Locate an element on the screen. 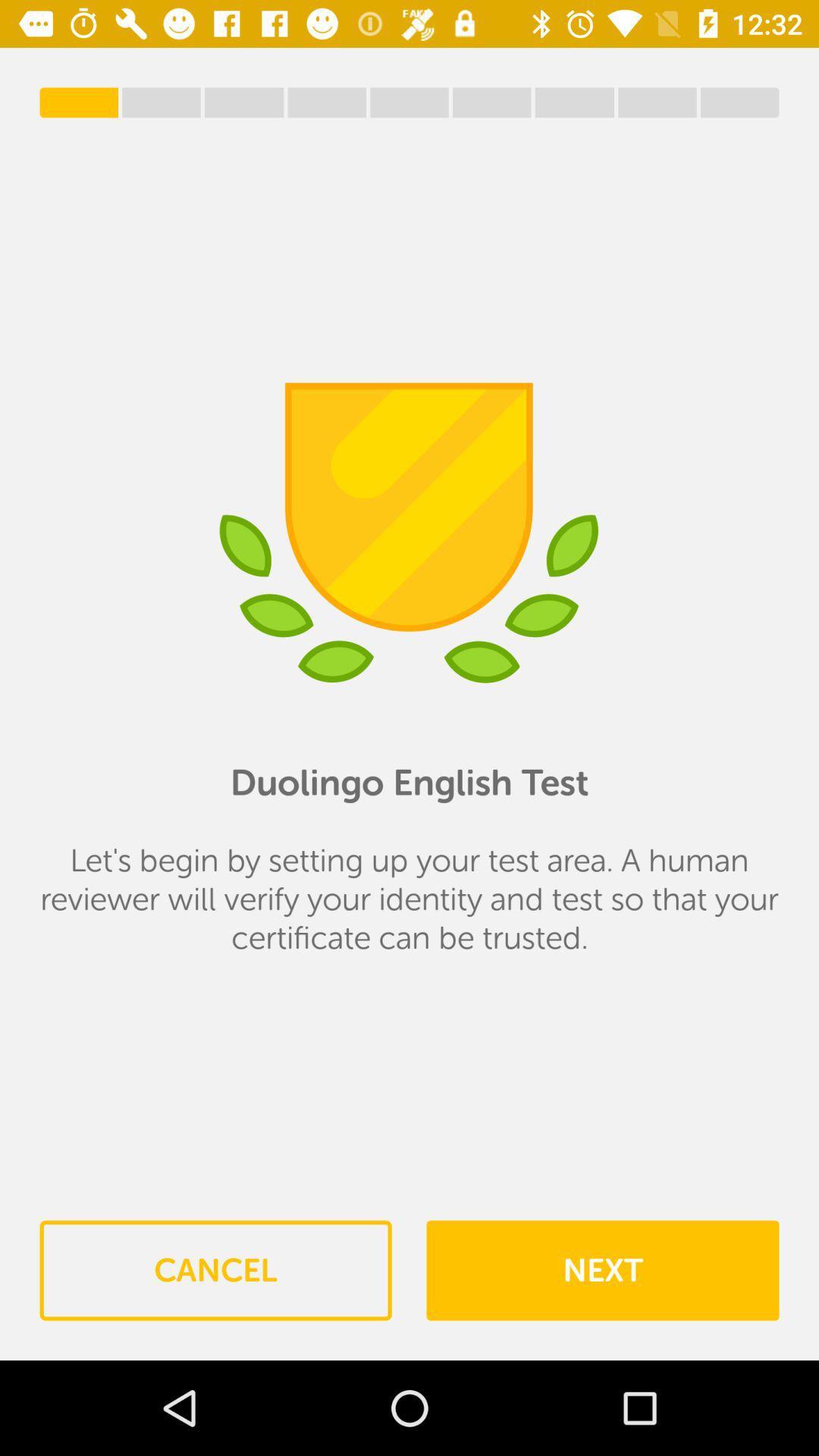 This screenshot has height=1456, width=819. the item to the left of the next item is located at coordinates (215, 1270).